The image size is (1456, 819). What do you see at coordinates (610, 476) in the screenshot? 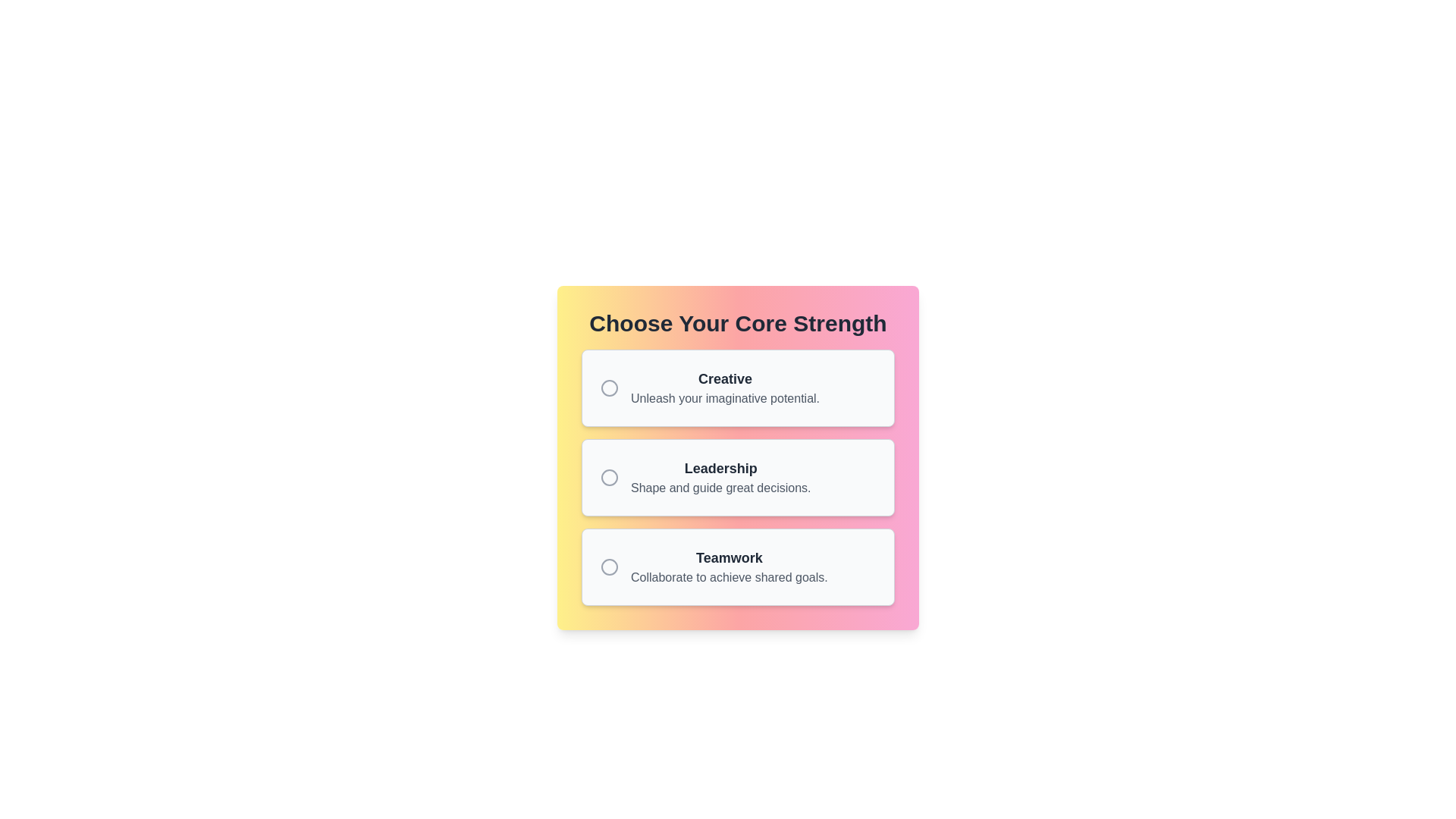
I see `the 'Leadership' radio button located to the left of the 'Leadership' option in the second position of a vertically-oriented list within a framed card` at bounding box center [610, 476].